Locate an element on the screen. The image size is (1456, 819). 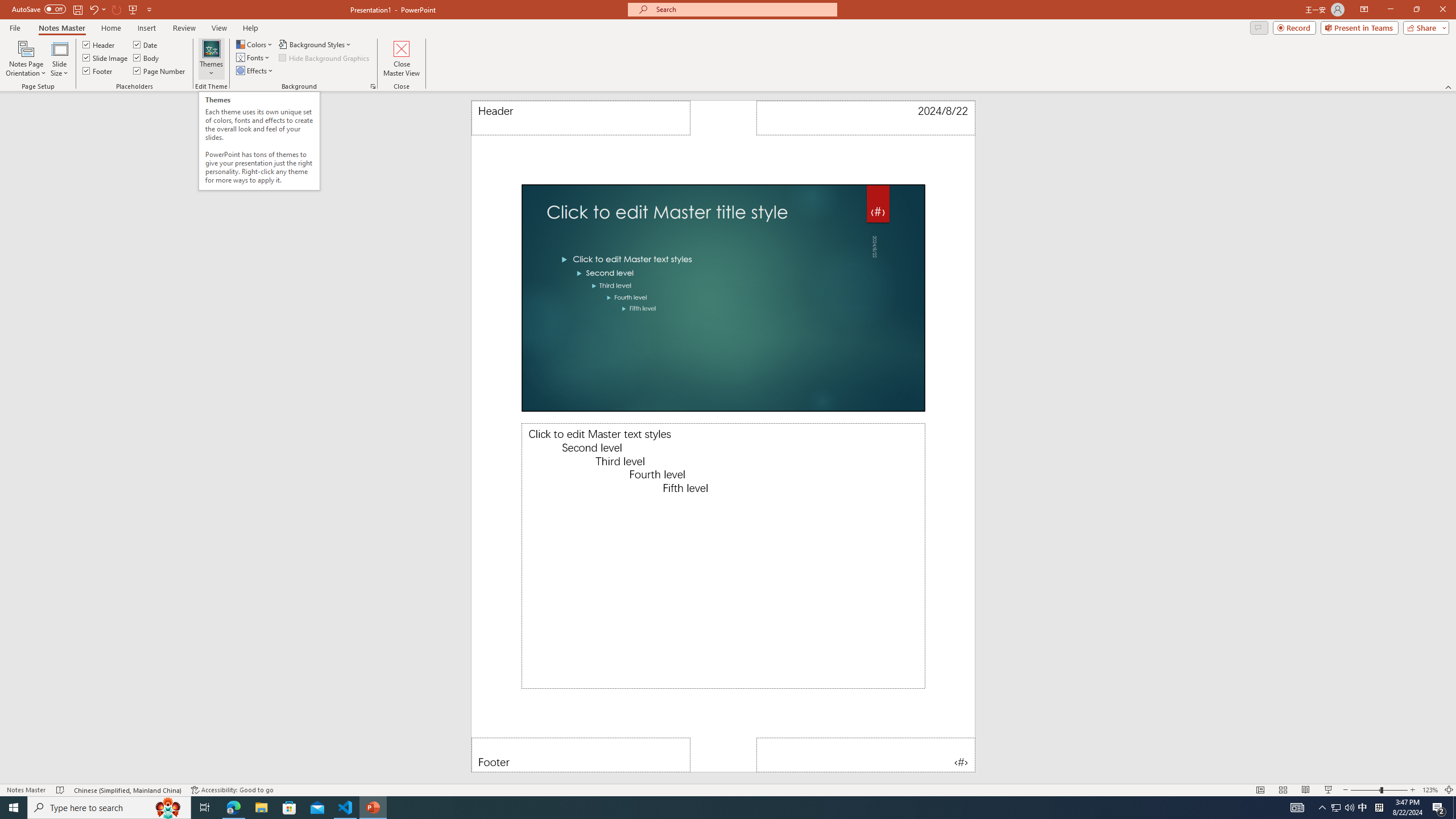
'Close Master View' is located at coordinates (401, 59).